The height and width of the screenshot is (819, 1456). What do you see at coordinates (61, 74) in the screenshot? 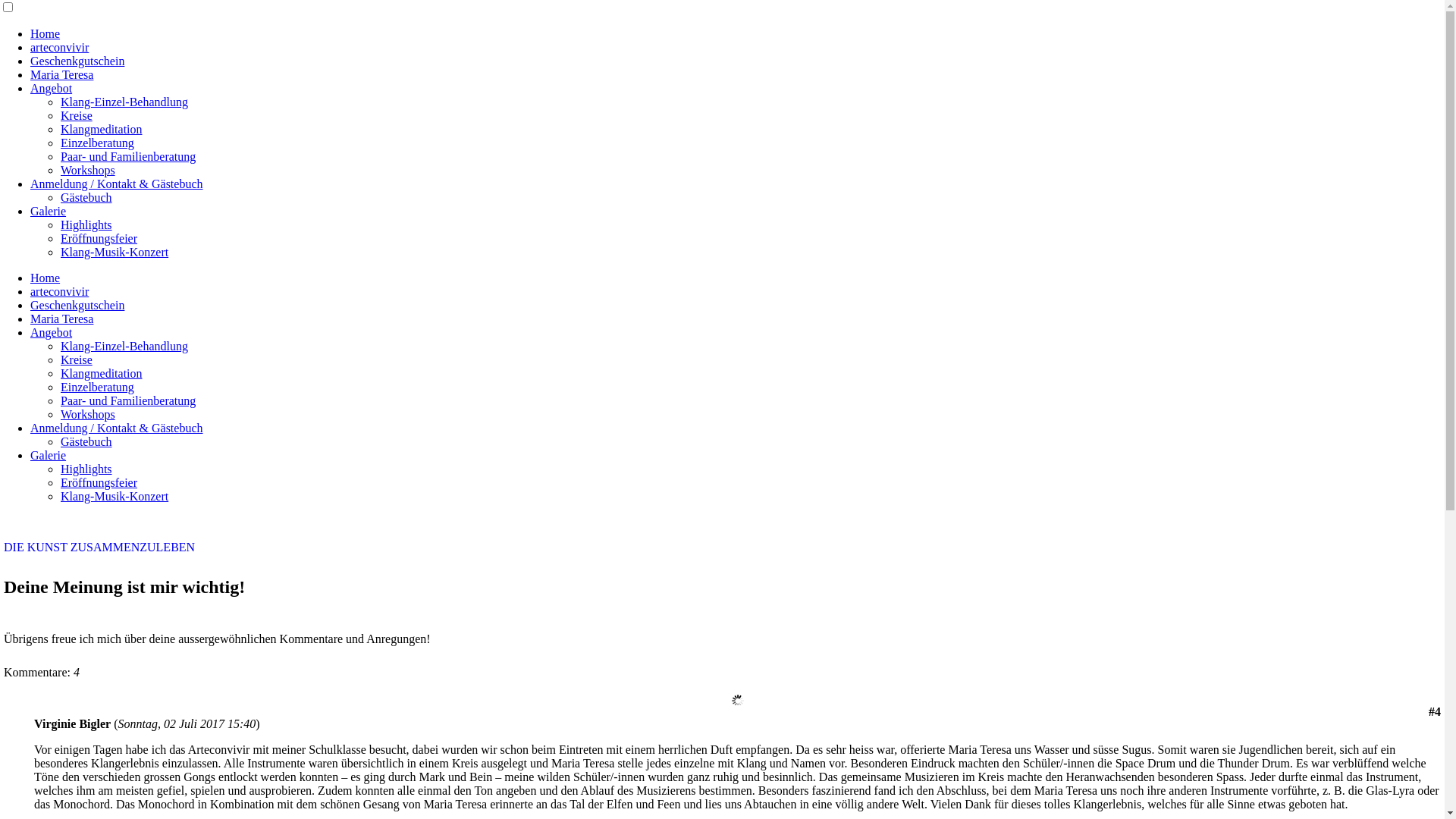
I see `'Maria Teresa'` at bounding box center [61, 74].